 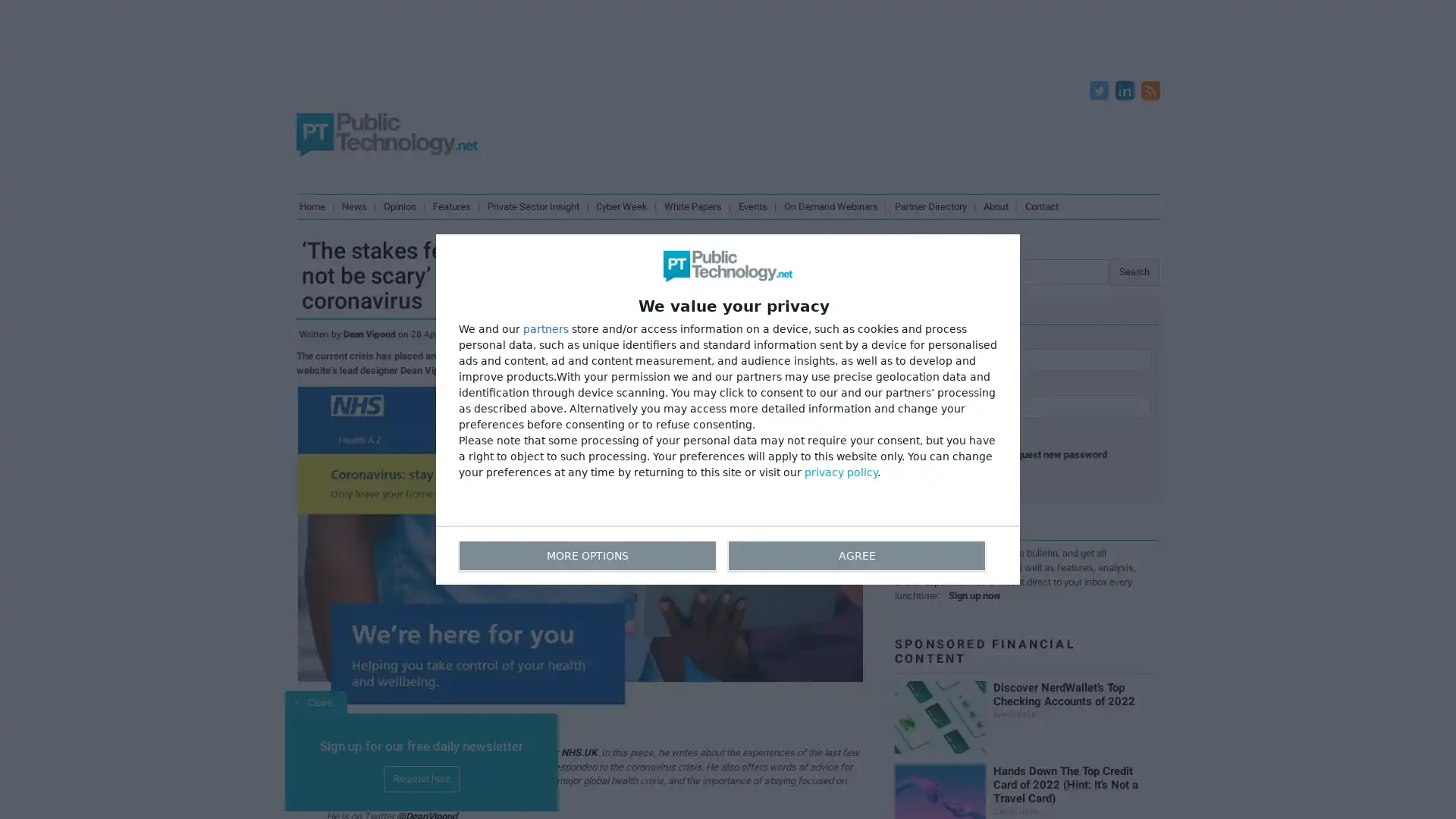 I want to click on partners, so click(x=546, y=327).